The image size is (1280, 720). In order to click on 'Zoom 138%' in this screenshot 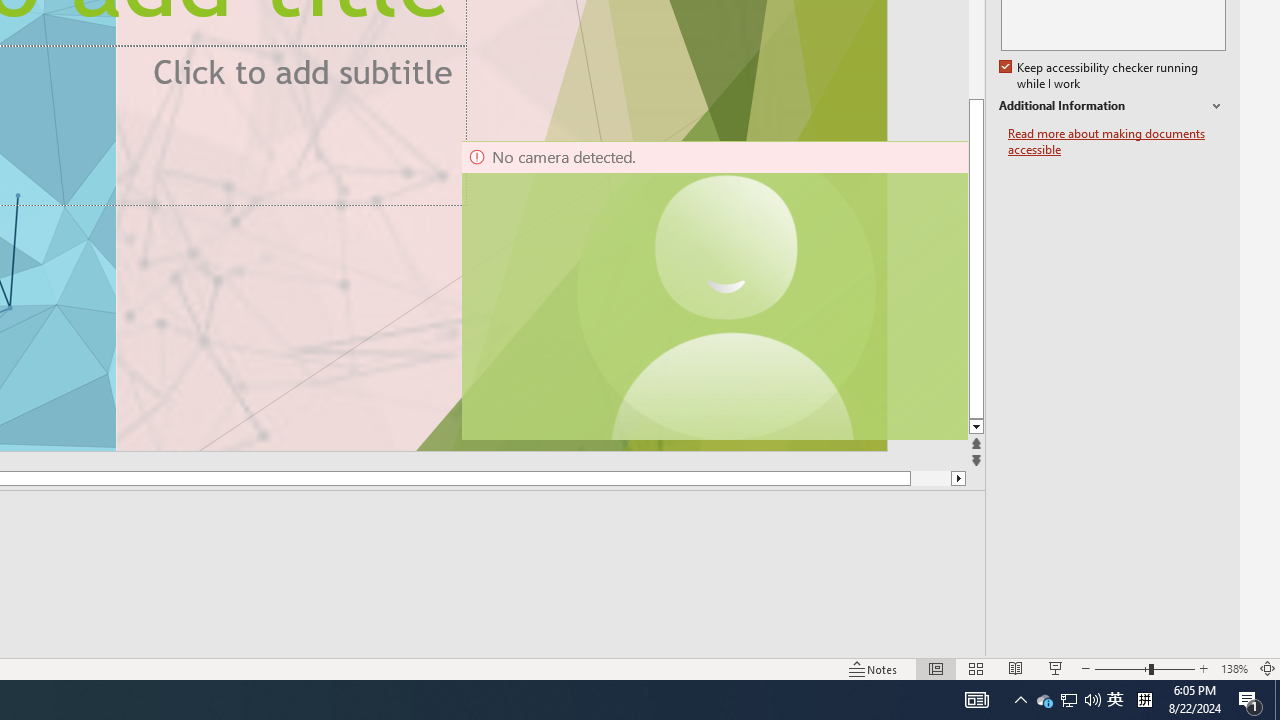, I will do `click(1233, 669)`.